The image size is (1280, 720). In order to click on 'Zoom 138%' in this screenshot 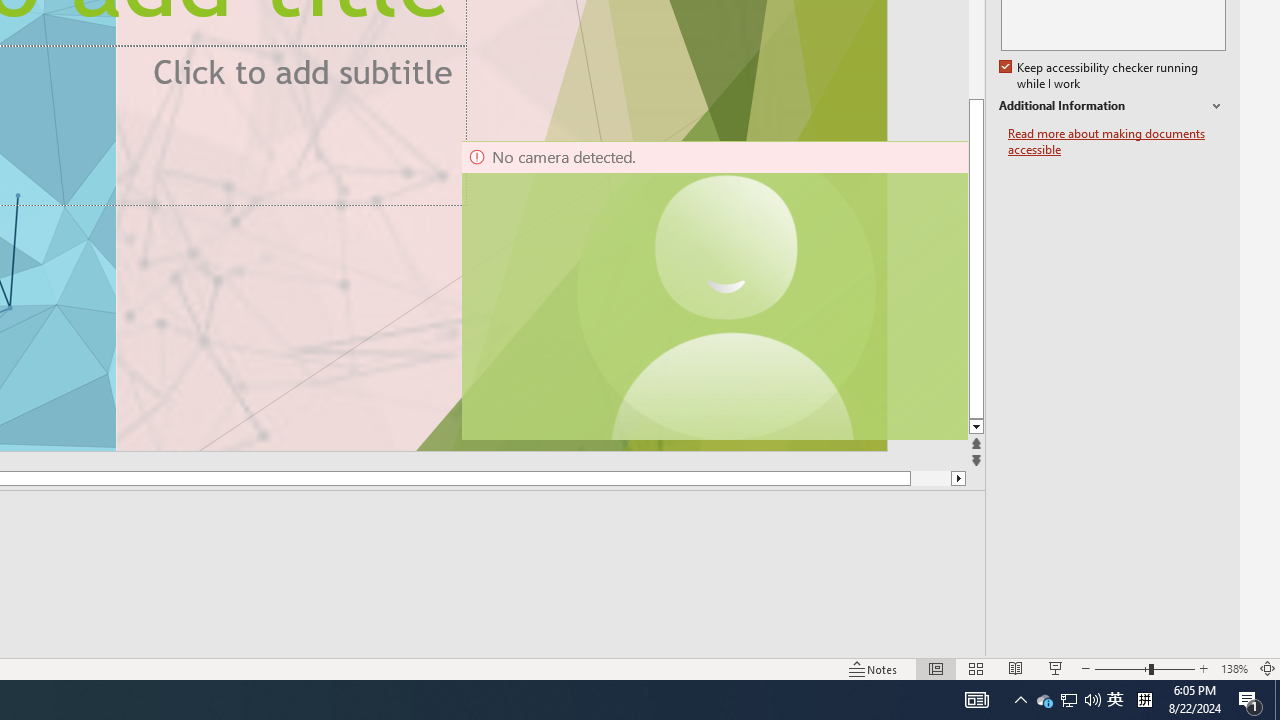, I will do `click(1233, 669)`.